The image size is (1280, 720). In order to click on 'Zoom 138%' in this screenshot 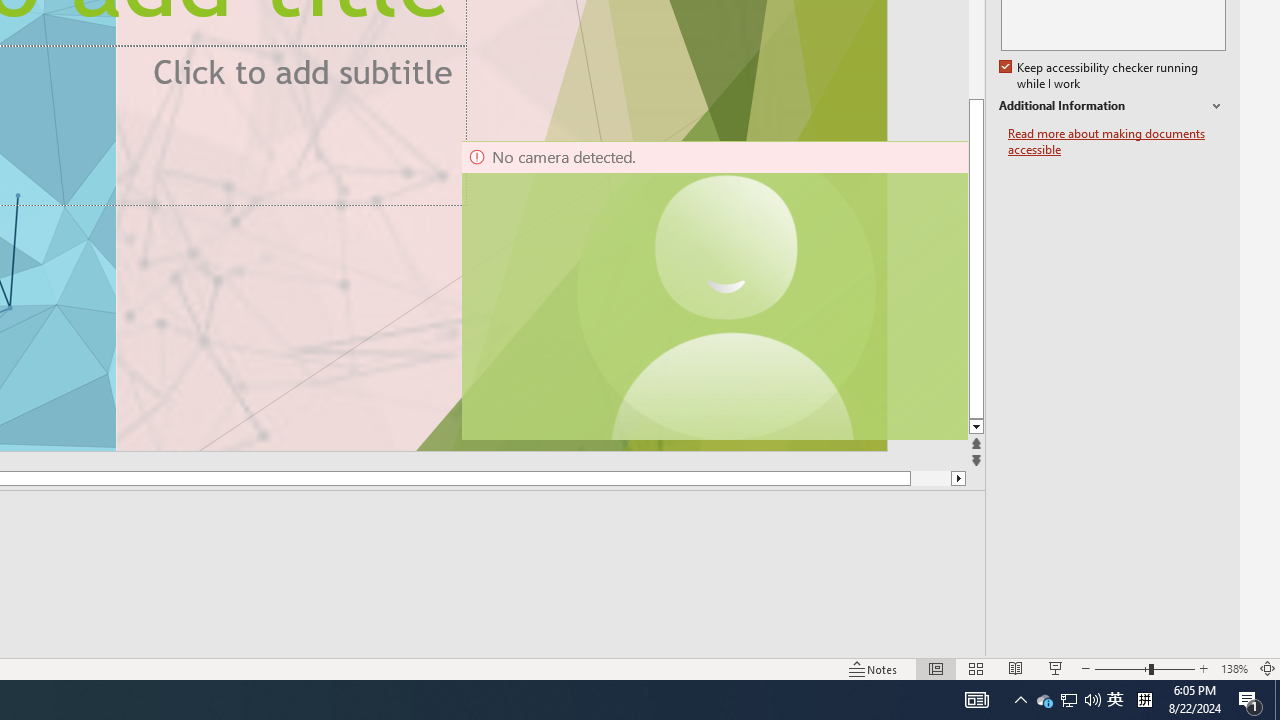, I will do `click(1233, 669)`.